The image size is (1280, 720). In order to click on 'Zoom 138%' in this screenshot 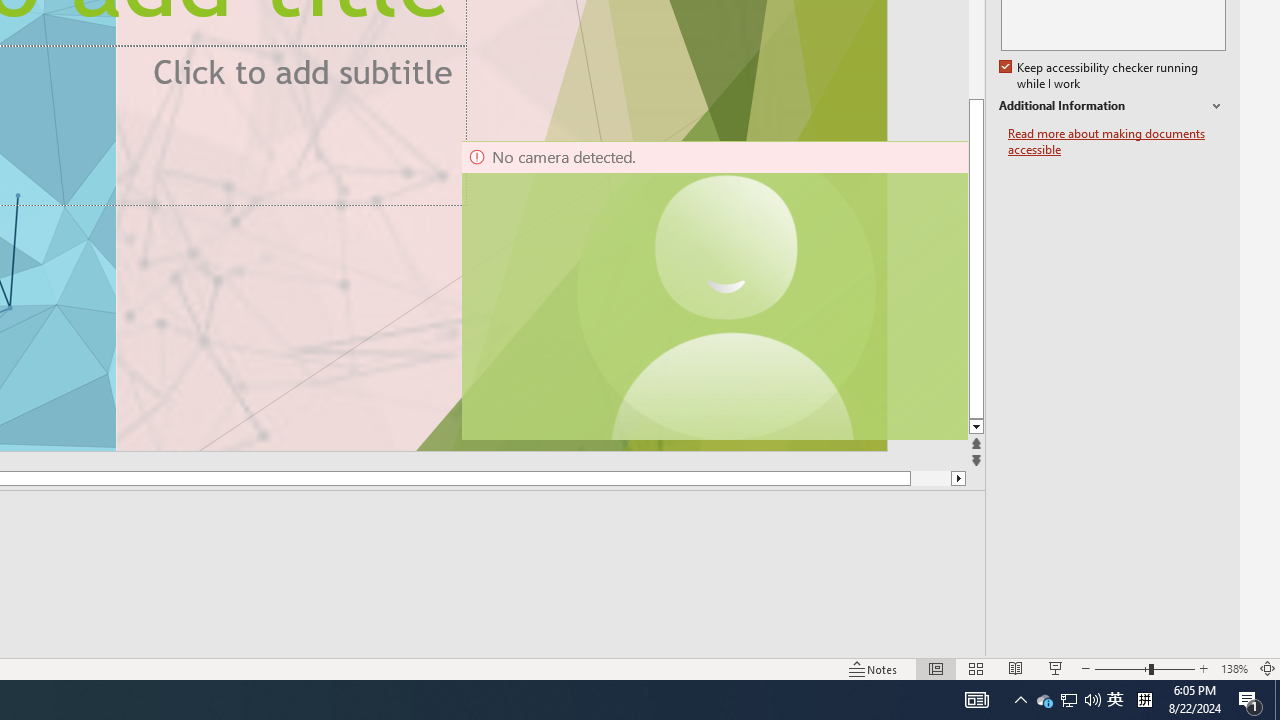, I will do `click(1233, 669)`.